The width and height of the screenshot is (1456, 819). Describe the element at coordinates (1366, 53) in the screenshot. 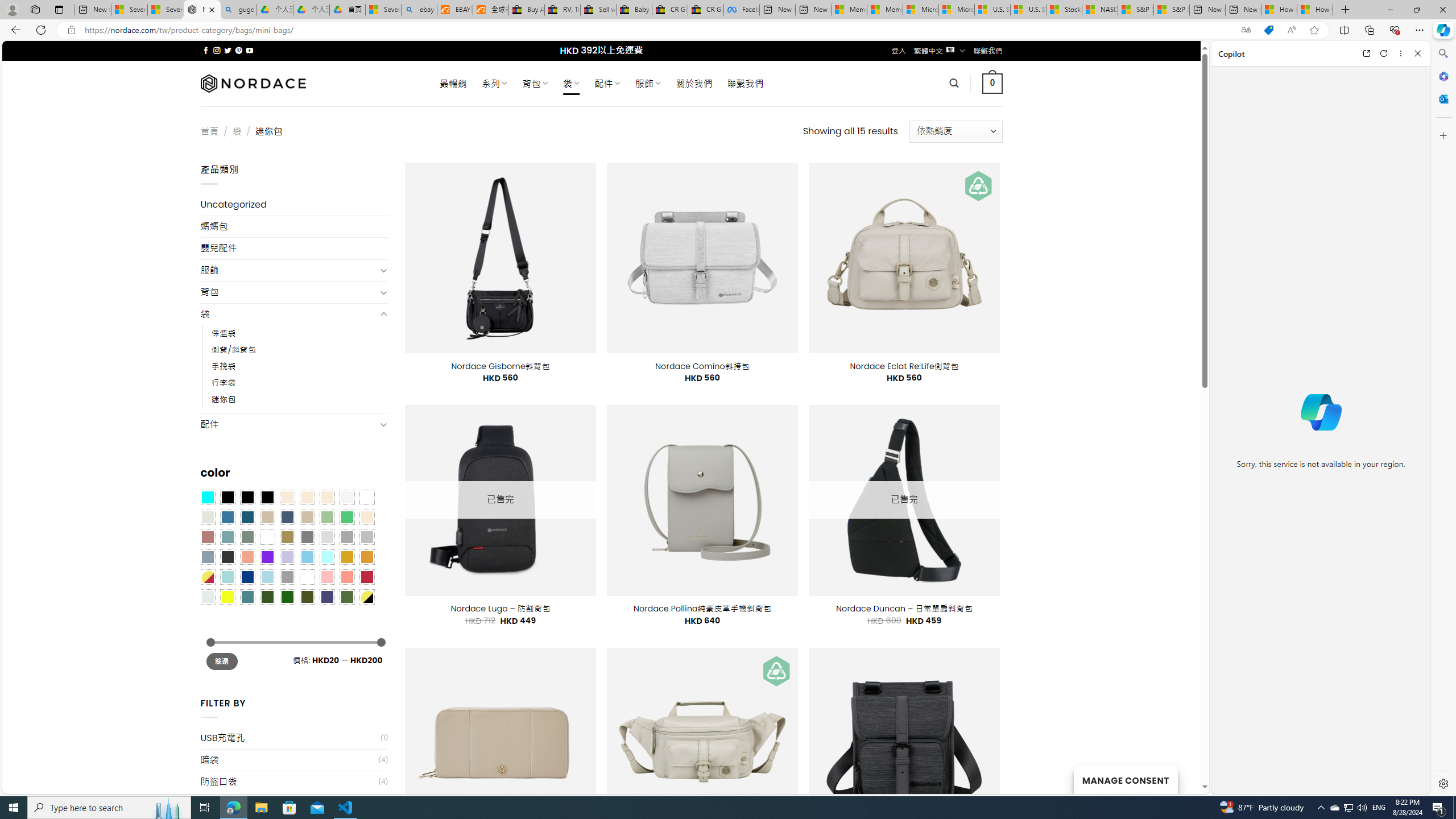

I see `'Open link in new tab'` at that location.